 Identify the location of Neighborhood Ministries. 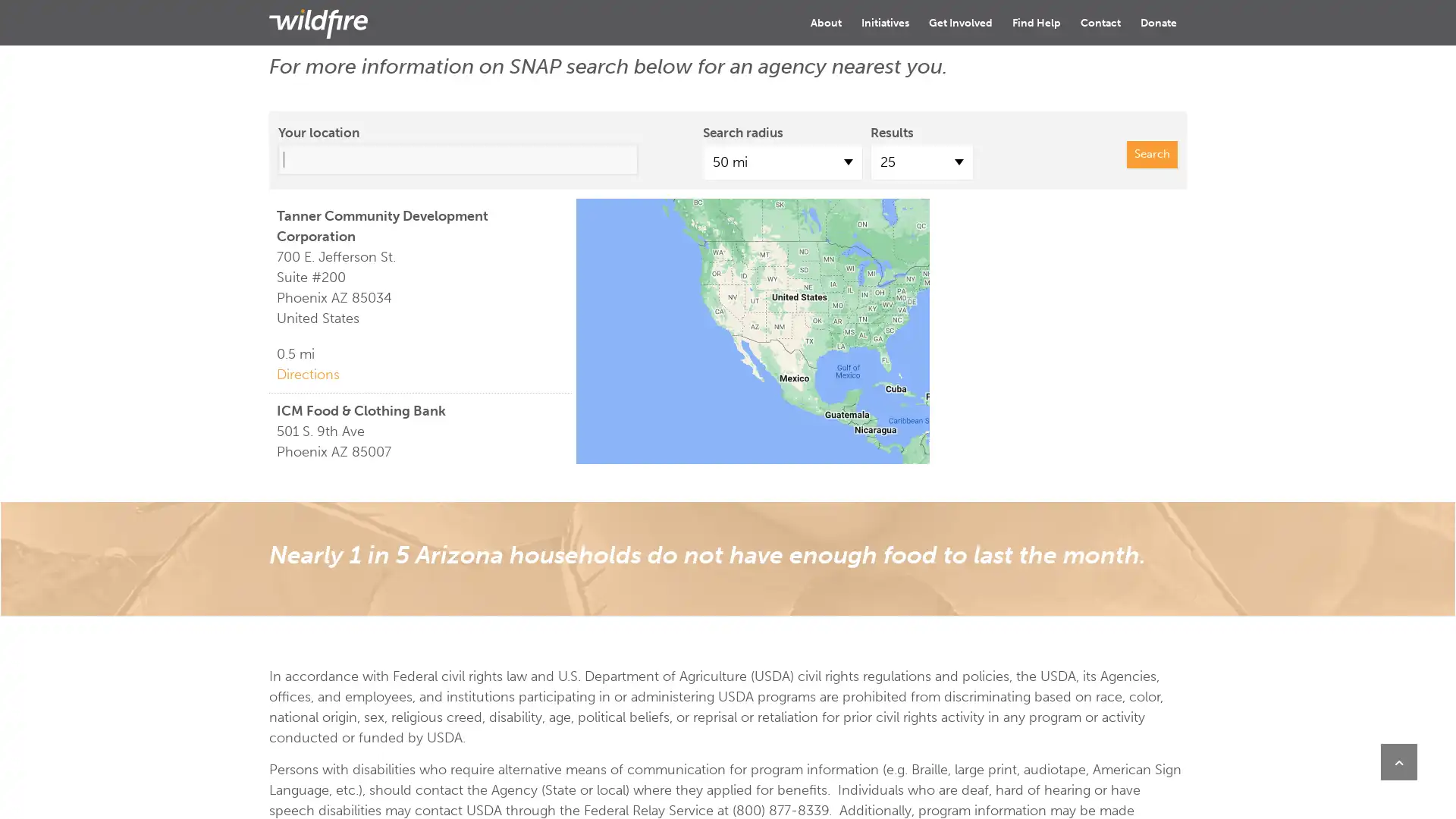
(858, 317).